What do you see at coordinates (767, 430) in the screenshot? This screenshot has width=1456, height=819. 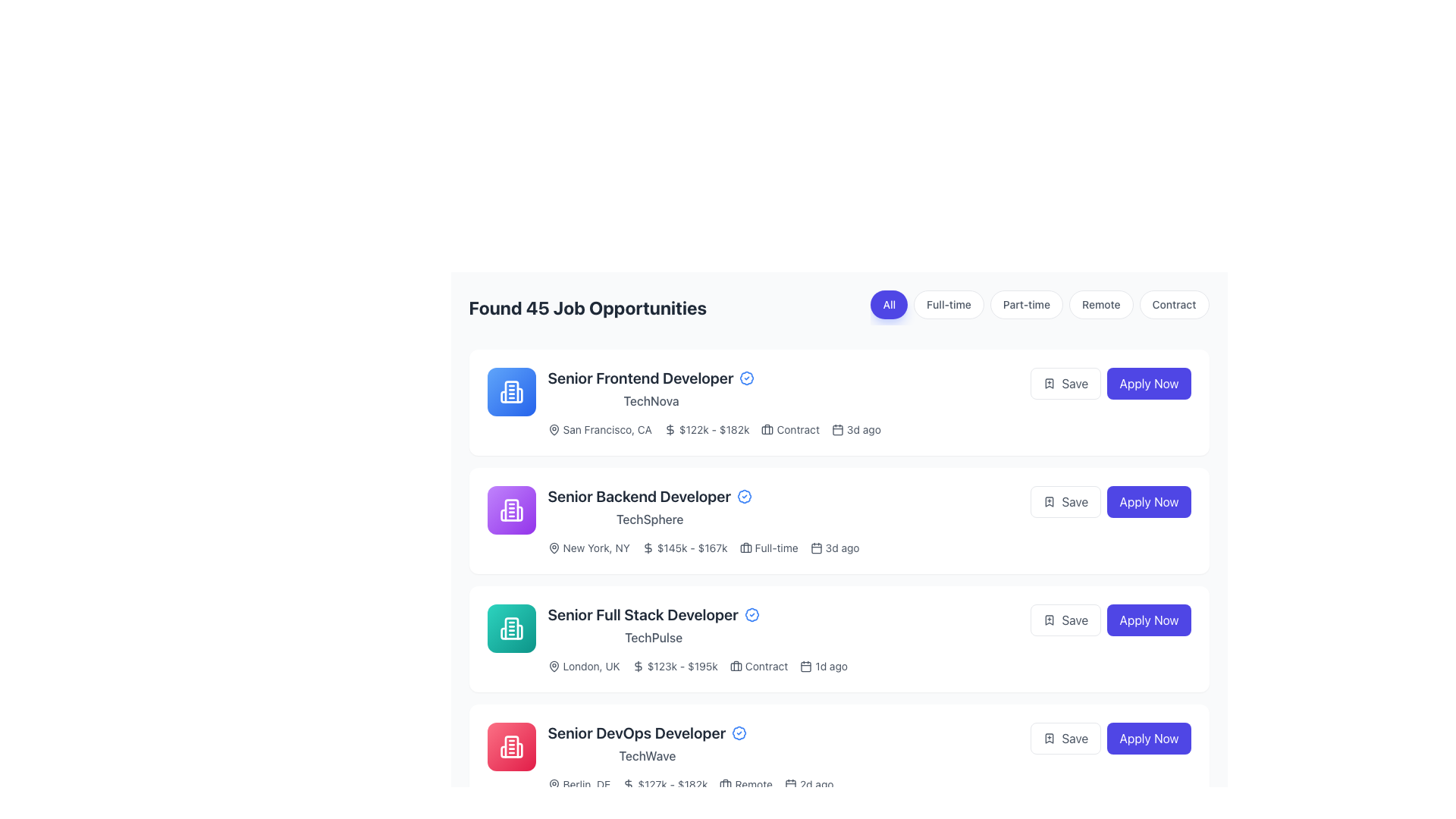 I see `the briefcase icon that represents contracts within the job listing, located to the left of the text 'Contract' in the job opportunity listing card` at bounding box center [767, 430].